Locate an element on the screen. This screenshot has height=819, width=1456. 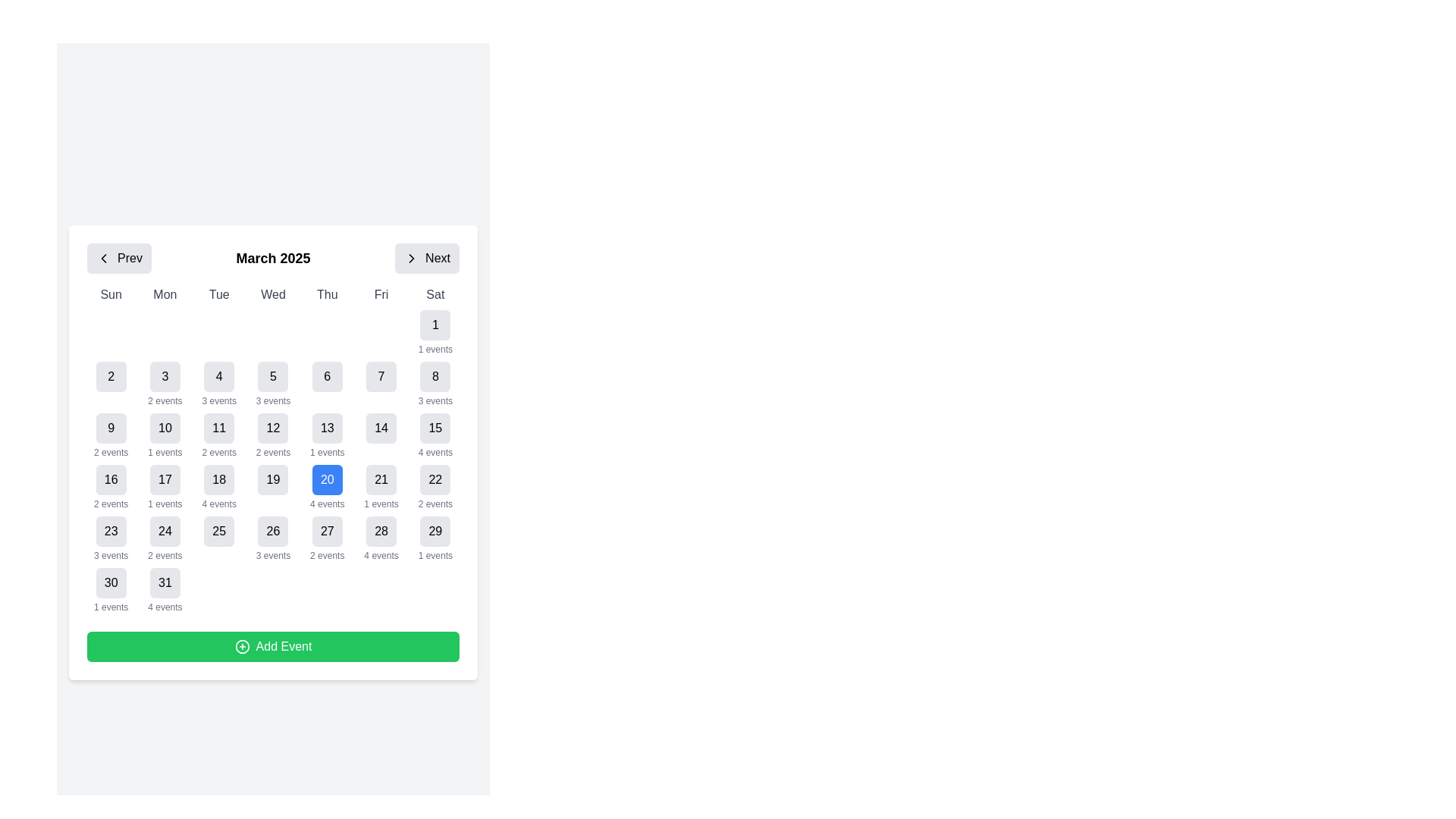
the calendar date tile representing the date '23' is located at coordinates (110, 538).